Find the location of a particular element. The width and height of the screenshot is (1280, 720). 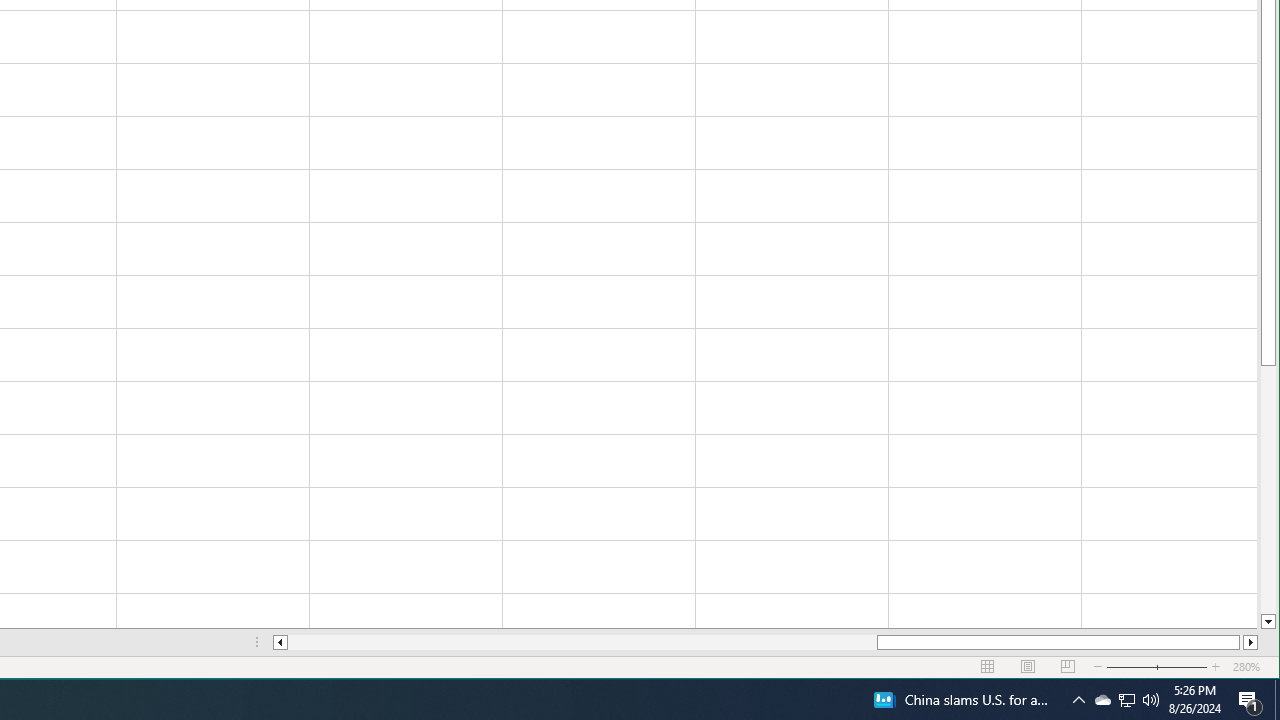

'Q2790: 100%' is located at coordinates (1151, 698).